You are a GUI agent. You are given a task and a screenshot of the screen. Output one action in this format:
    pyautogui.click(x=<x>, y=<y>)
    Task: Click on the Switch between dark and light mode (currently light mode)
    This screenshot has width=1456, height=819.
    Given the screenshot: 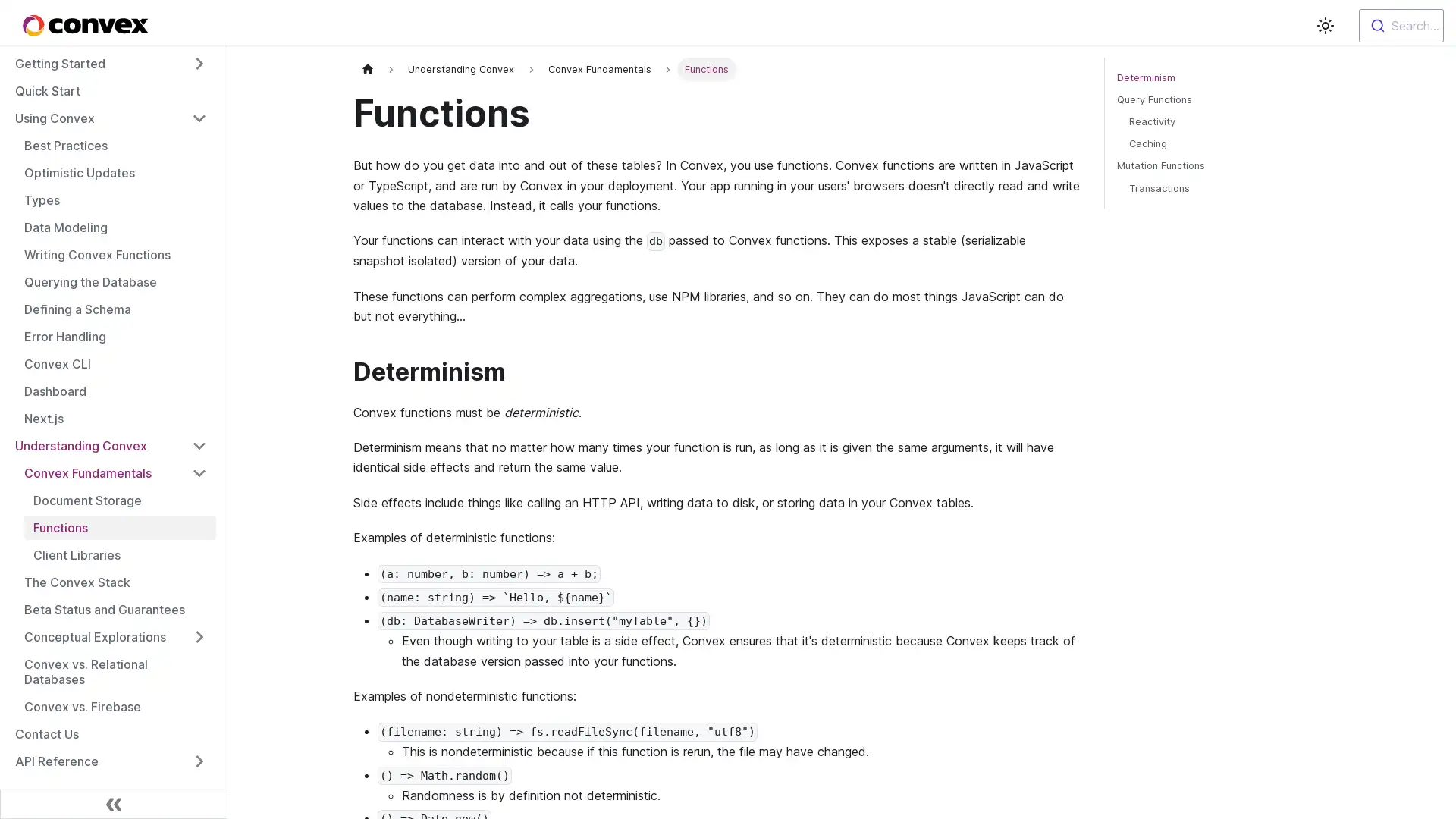 What is the action you would take?
    pyautogui.click(x=1324, y=26)
    